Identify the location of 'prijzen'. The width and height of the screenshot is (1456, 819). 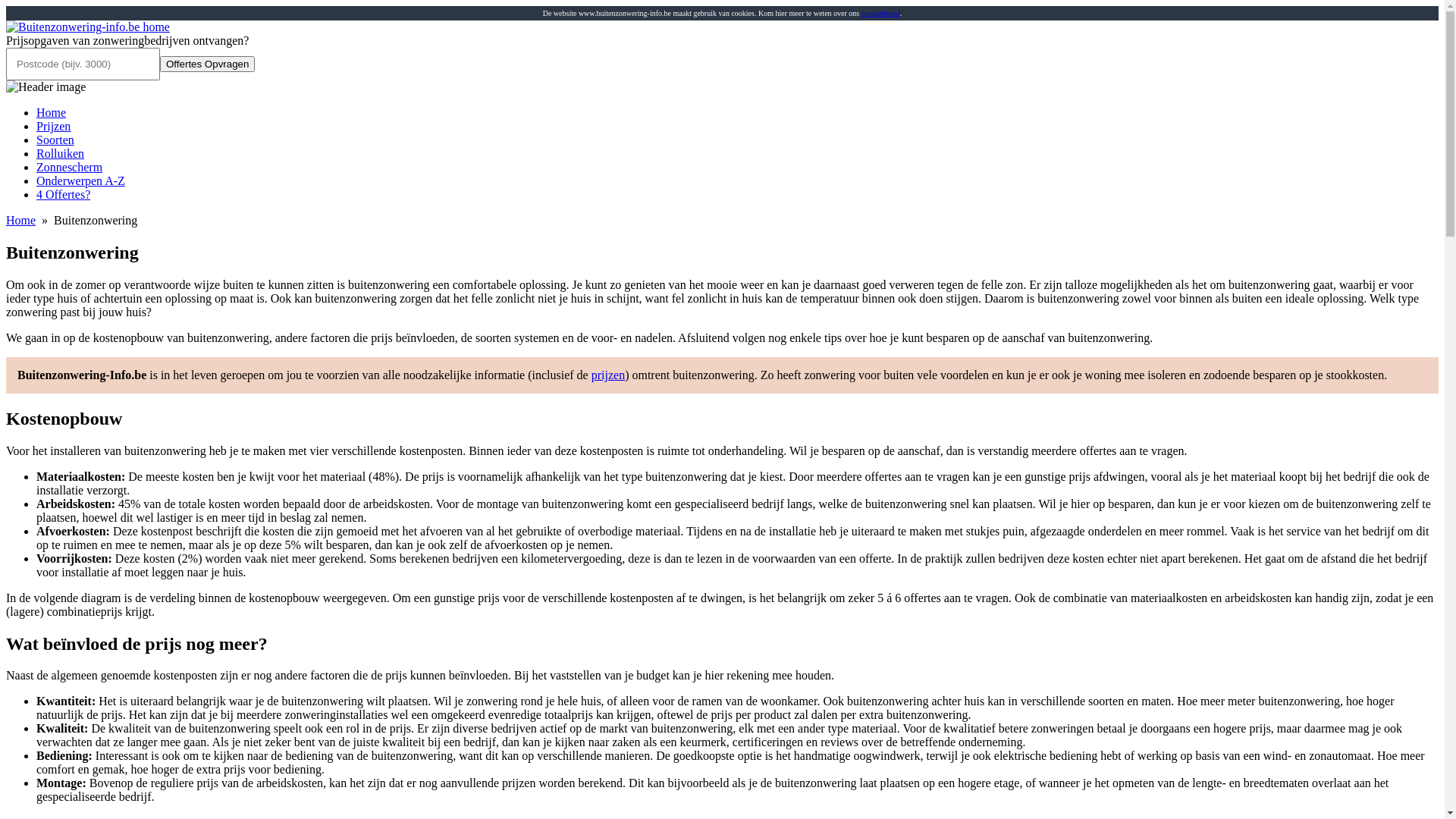
(590, 375).